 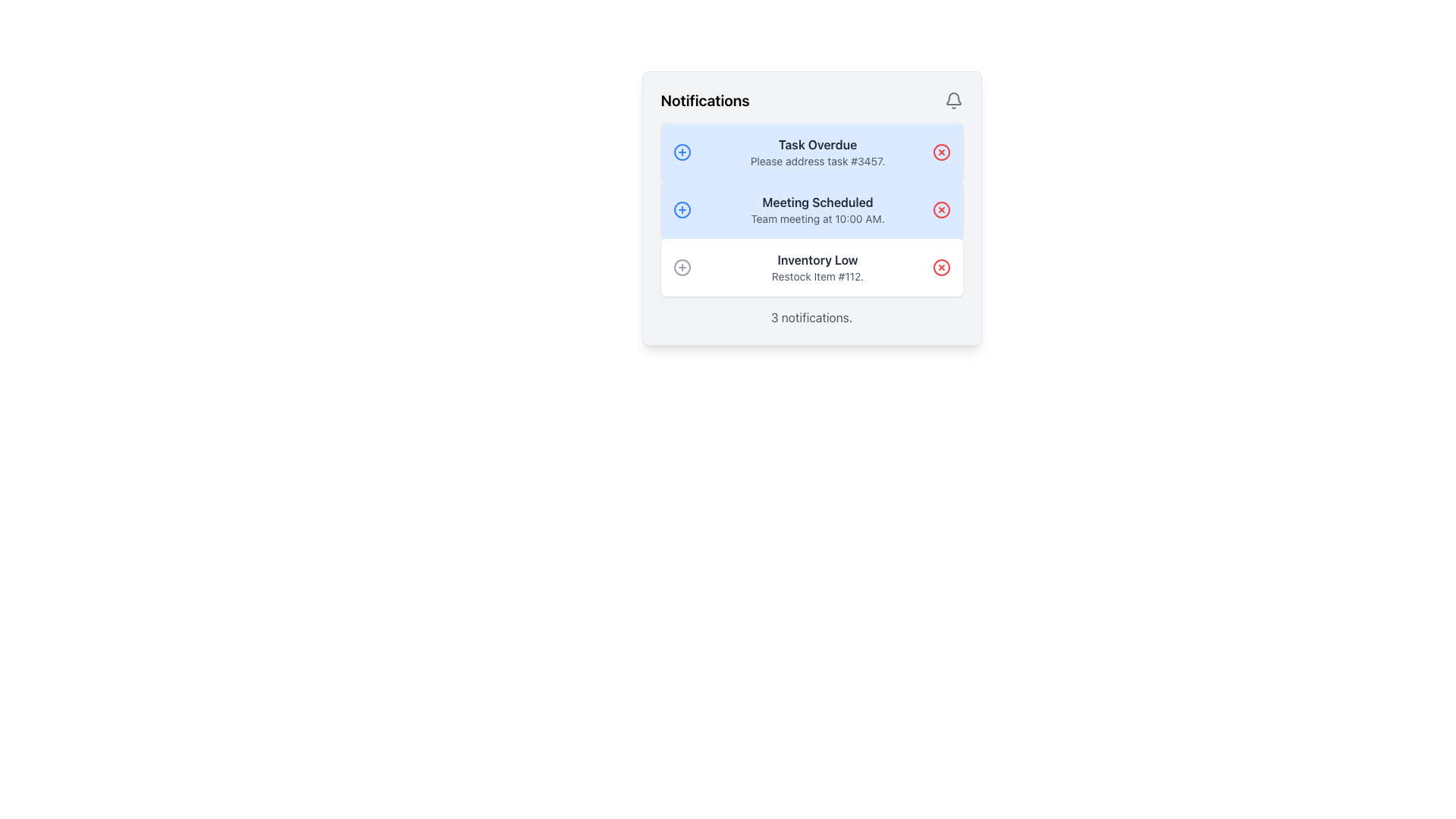 I want to click on the text label that reads 'Restock Item #112.' located below the bolded text 'Inventory Low' in the third notification card, so click(x=817, y=277).